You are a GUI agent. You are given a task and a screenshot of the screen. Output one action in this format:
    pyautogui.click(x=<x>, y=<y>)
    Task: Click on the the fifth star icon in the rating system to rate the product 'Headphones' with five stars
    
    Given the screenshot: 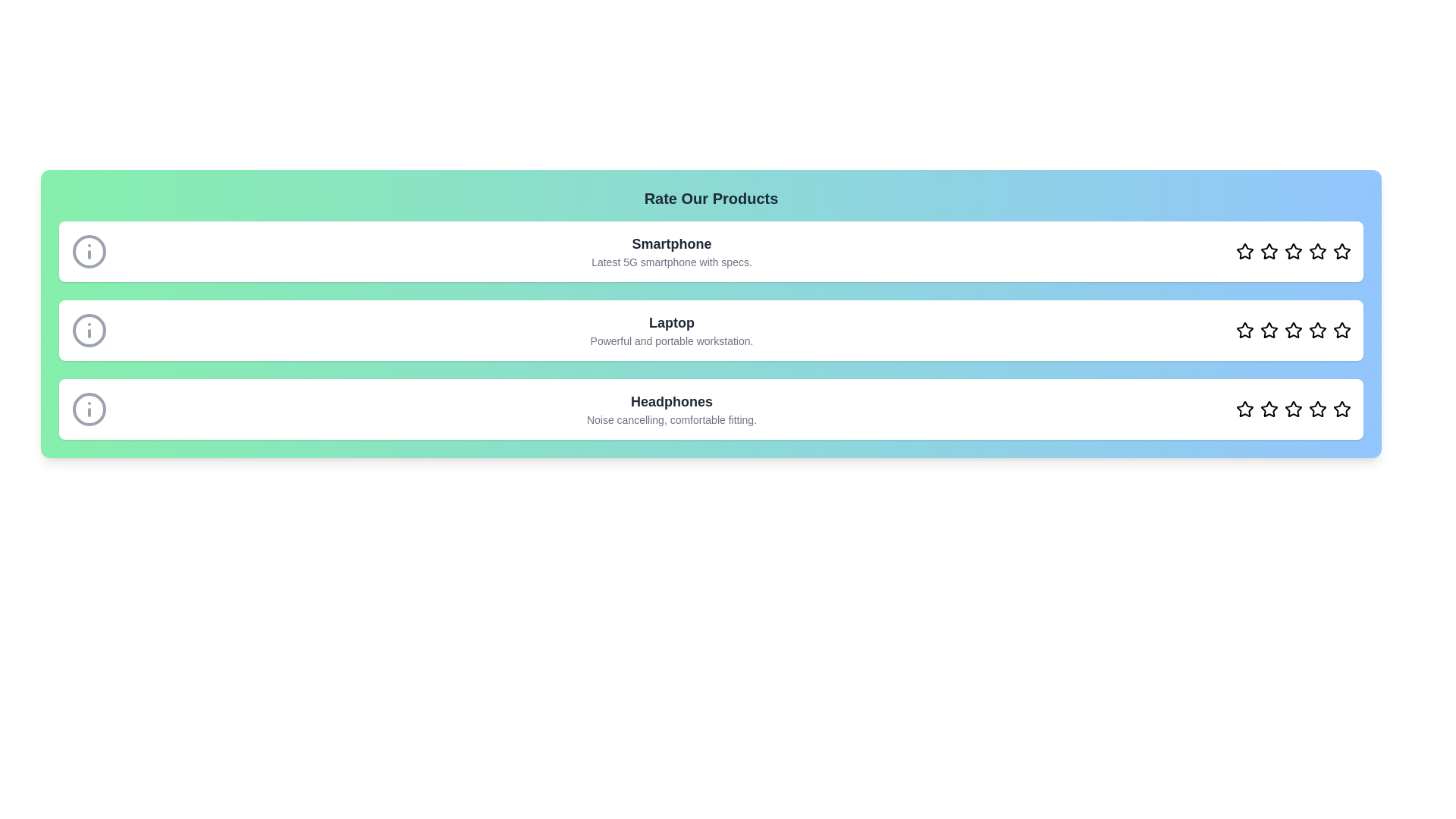 What is the action you would take?
    pyautogui.click(x=1341, y=408)
    